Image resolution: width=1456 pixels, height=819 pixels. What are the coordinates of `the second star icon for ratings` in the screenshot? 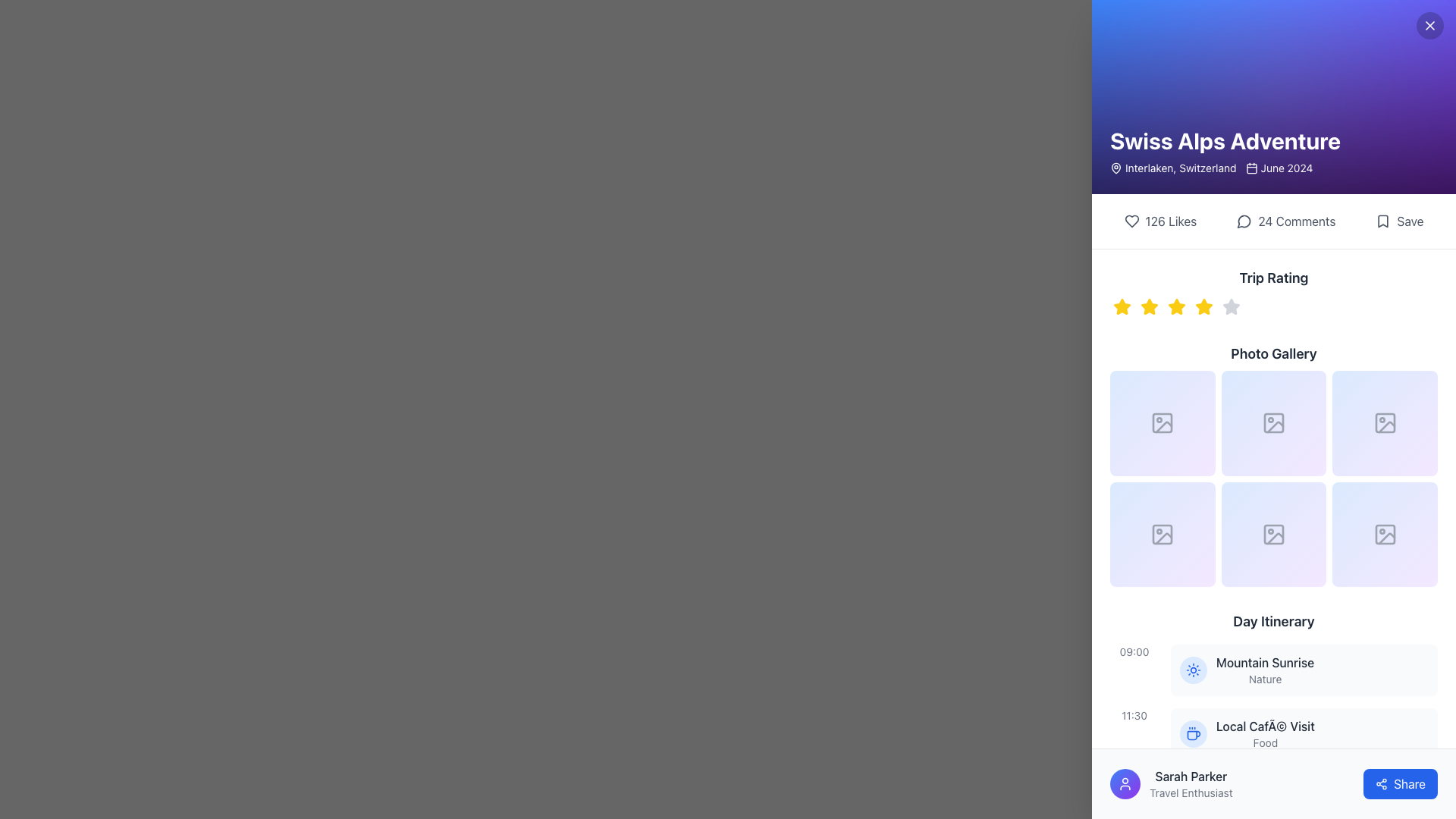 It's located at (1150, 307).